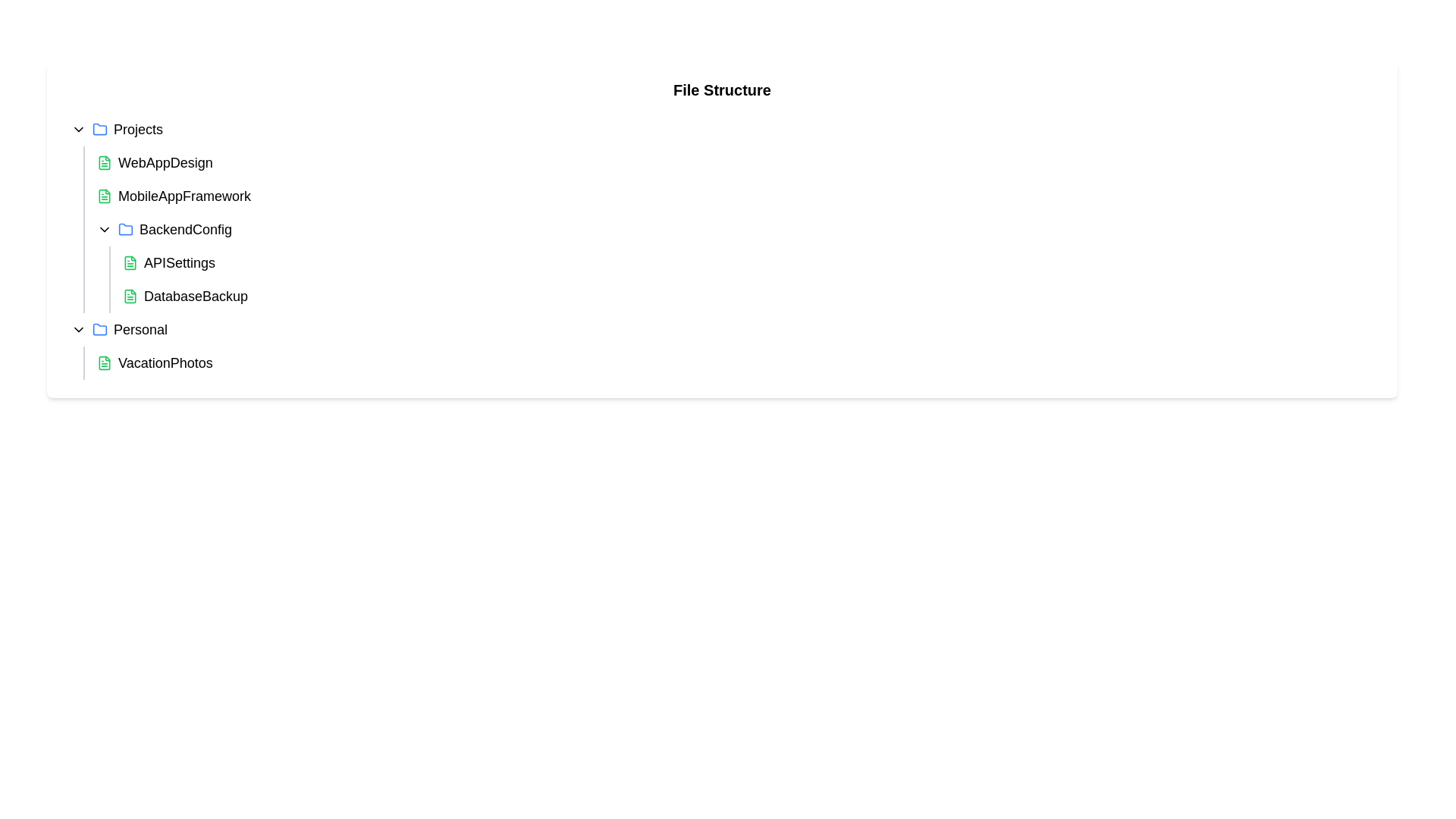 Image resolution: width=1456 pixels, height=819 pixels. I want to click on the icon that represents the 'VacationPhotos' file, located to the left of the 'VacationPhotos' text within the 'Personal' folder group, so click(104, 362).